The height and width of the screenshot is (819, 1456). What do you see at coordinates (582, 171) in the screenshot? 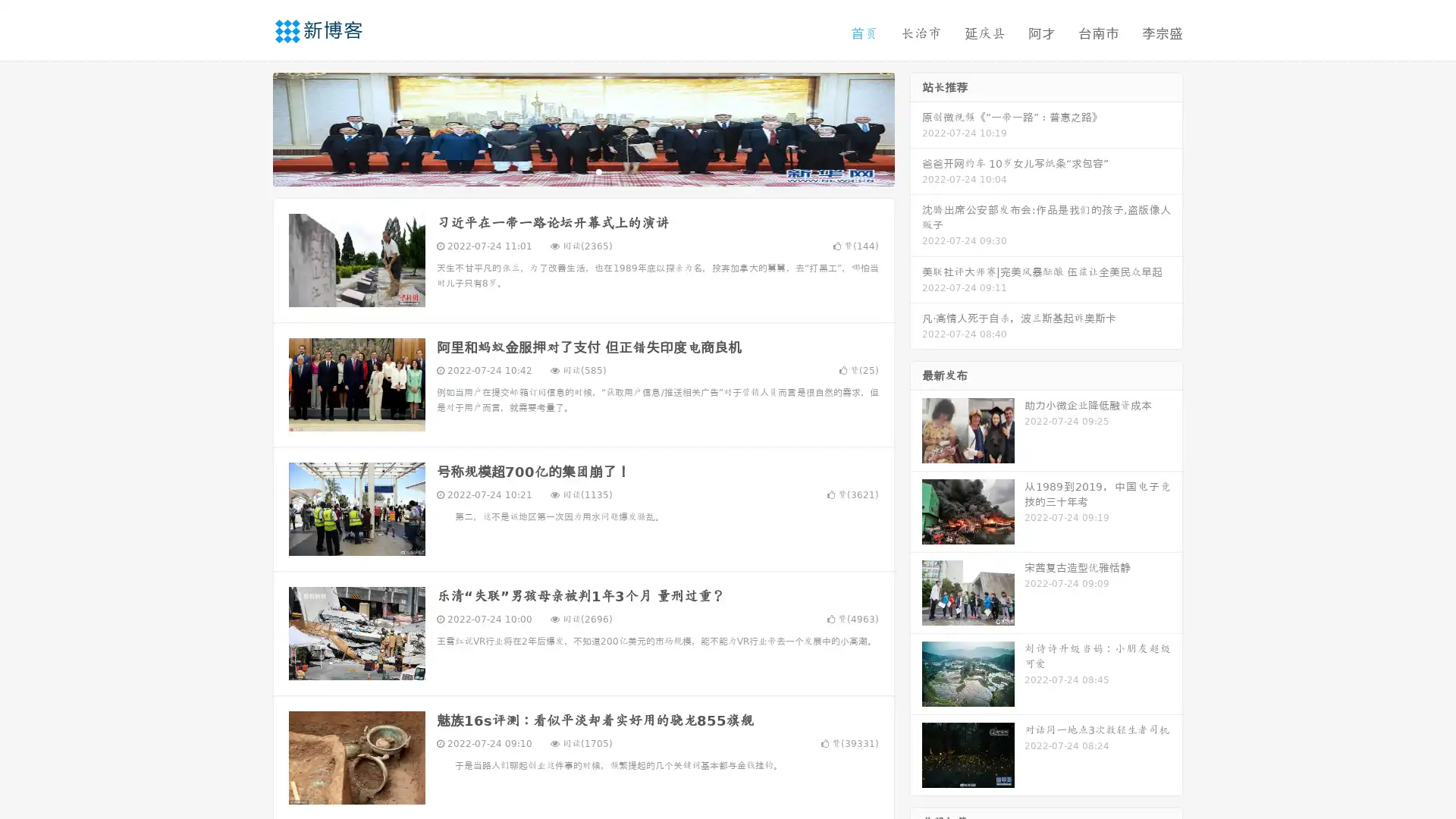
I see `Go to slide 2` at bounding box center [582, 171].